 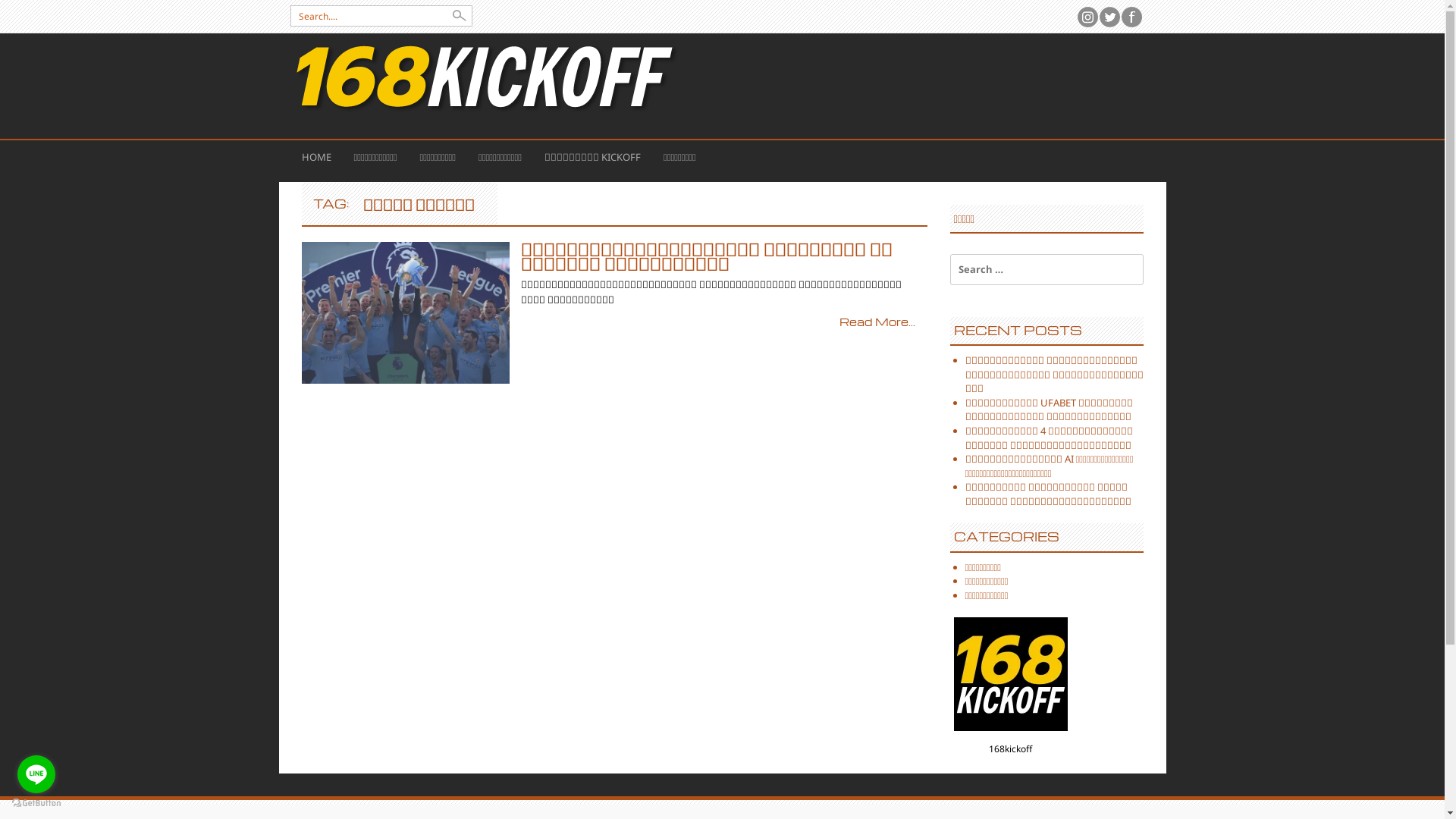 What do you see at coordinates (839, 321) in the screenshot?
I see `'Read More...'` at bounding box center [839, 321].